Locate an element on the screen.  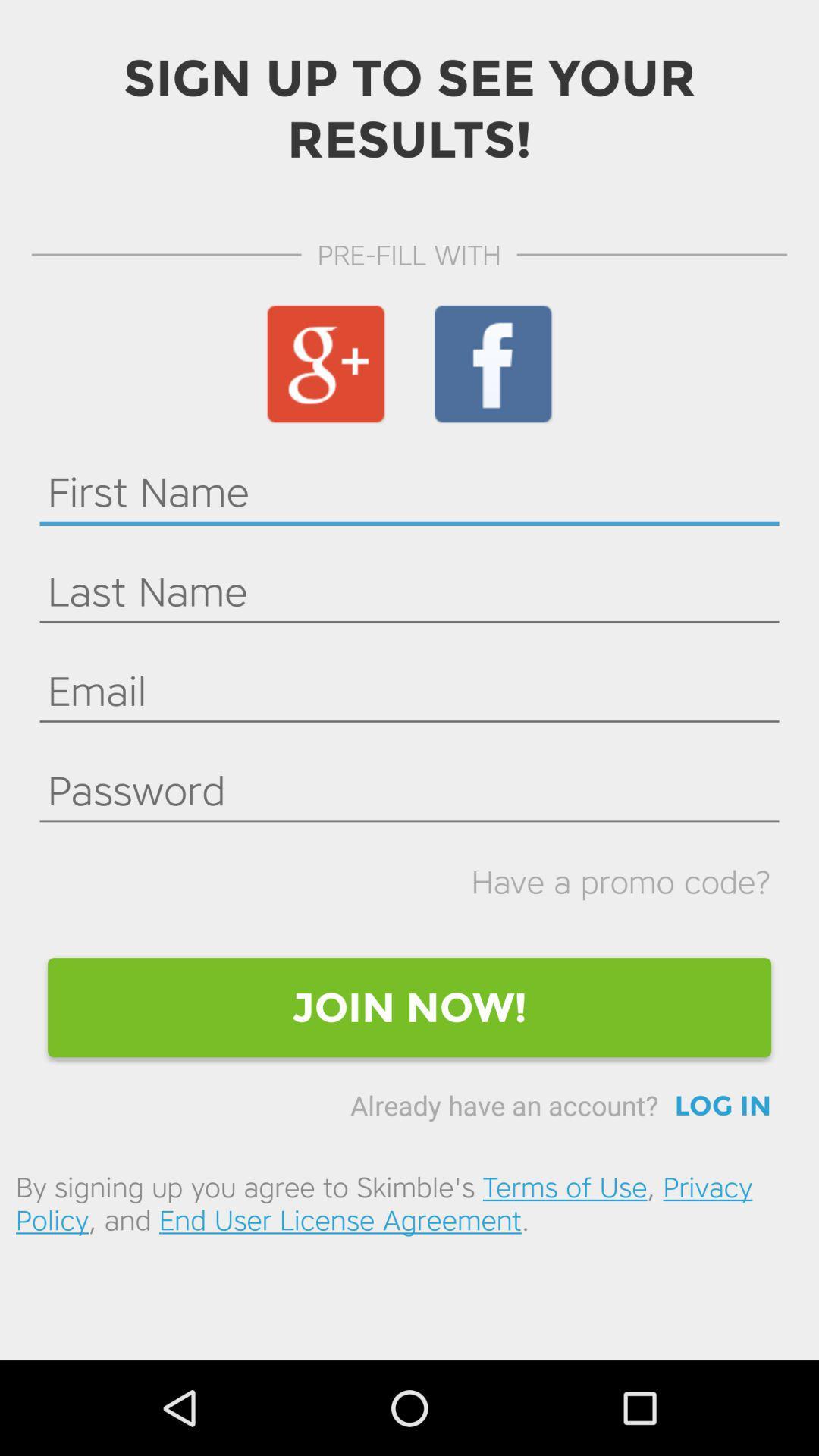
have a promo is located at coordinates (621, 881).